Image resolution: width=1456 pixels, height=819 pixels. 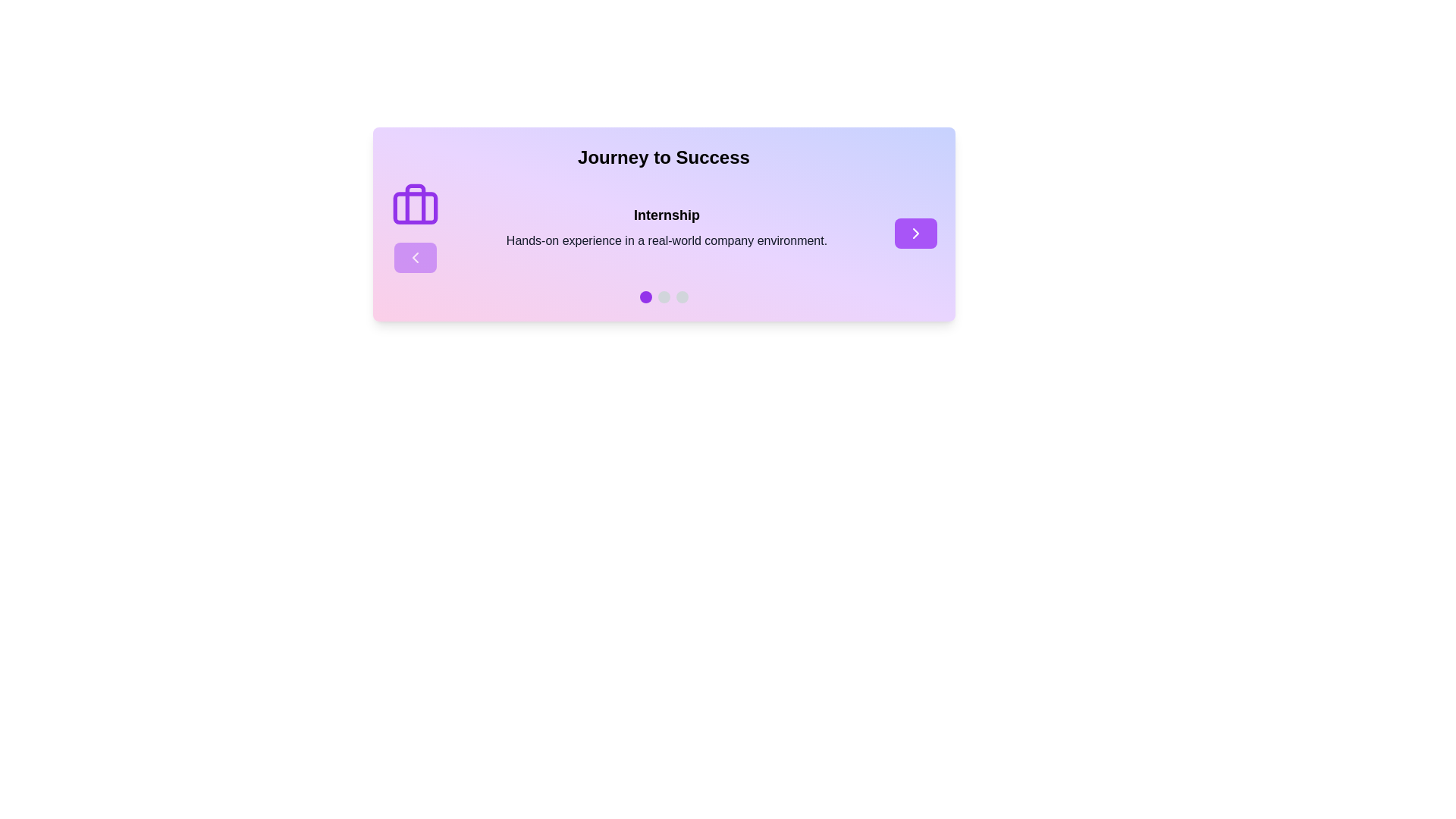 What do you see at coordinates (415, 206) in the screenshot?
I see `the decorative icon that visually represents the 'Internship' text, located near the top-left area, above a button element` at bounding box center [415, 206].